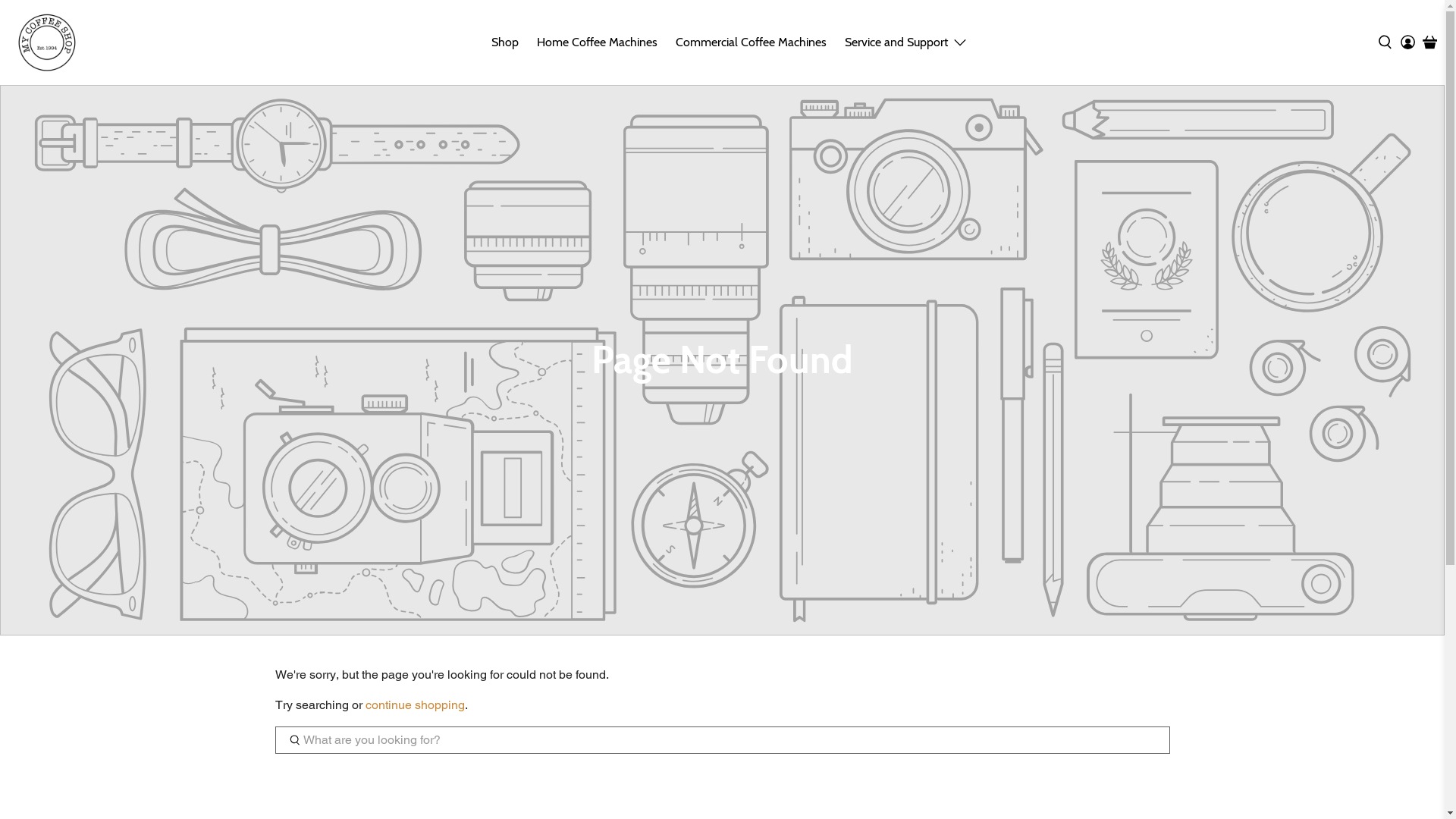  I want to click on 'Shop', so click(505, 42).